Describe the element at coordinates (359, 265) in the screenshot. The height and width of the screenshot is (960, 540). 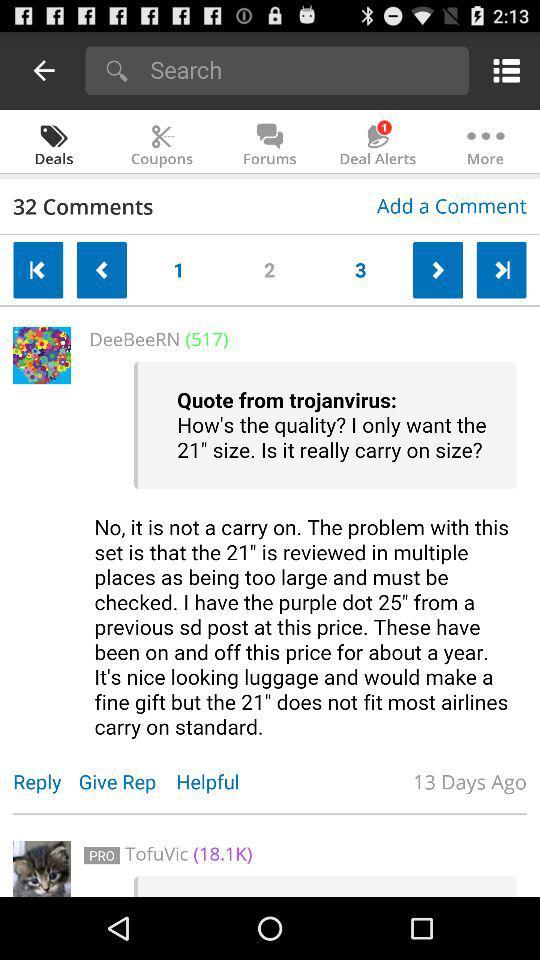
I see `the 3 button` at that location.